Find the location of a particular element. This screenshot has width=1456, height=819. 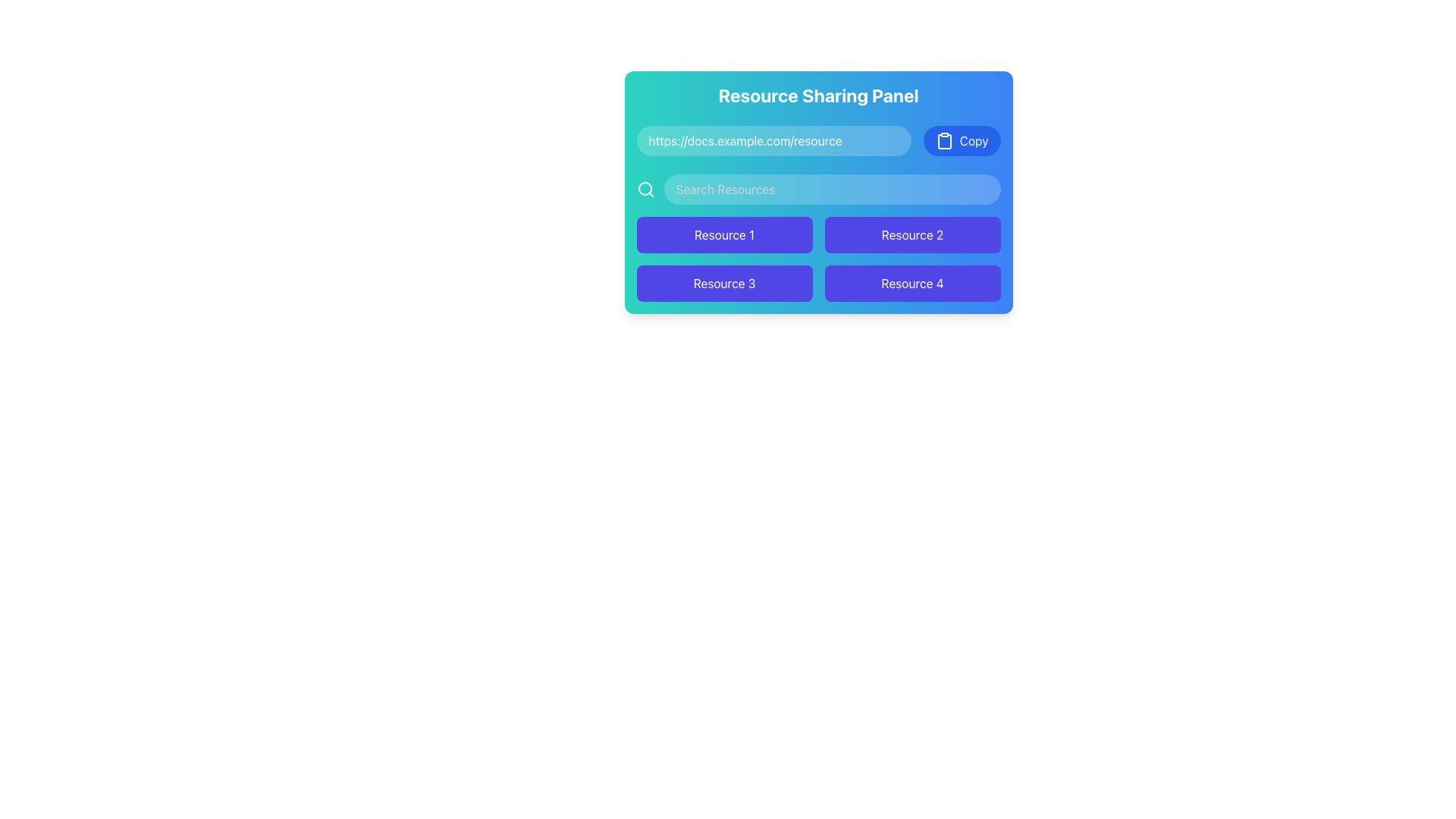

the clipboard icon located inside the blue button labeled 'Copy', positioned in the upper-right corner of the button within the 'Resource Sharing Panel' is located at coordinates (943, 140).